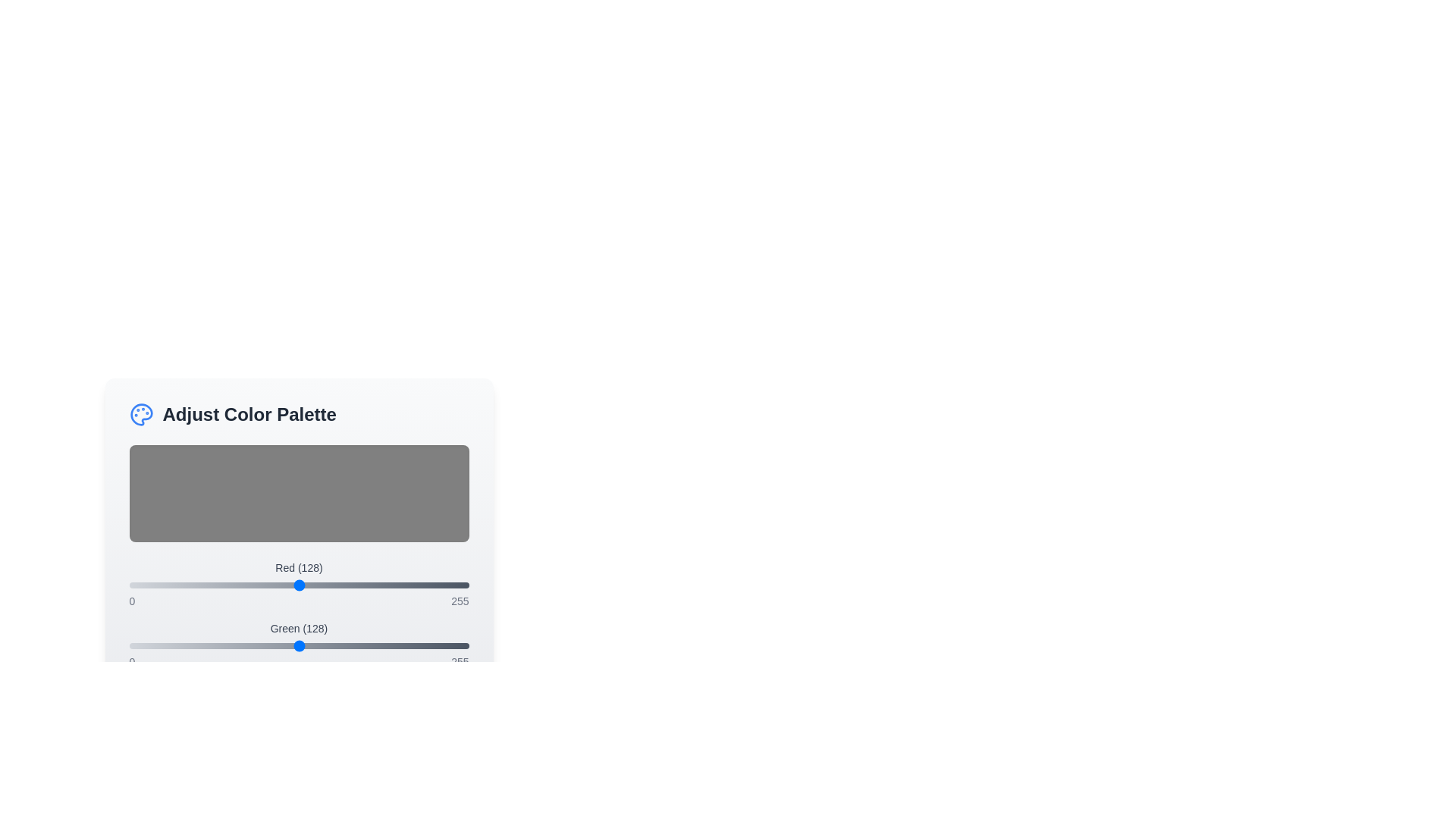 The image size is (1456, 819). I want to click on the red color slider to 242, so click(450, 584).